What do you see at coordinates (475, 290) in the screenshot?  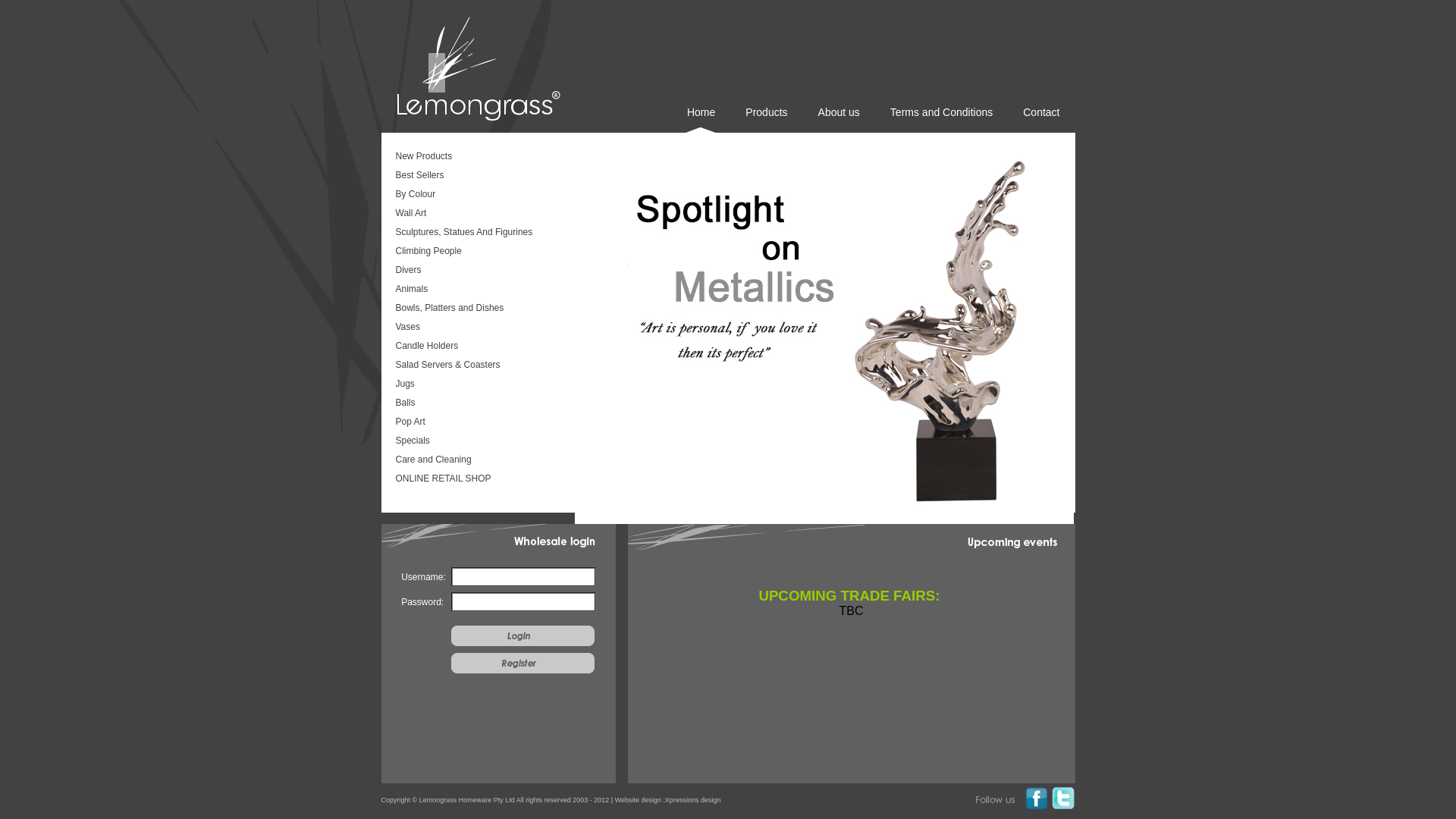 I see `'Animals'` at bounding box center [475, 290].